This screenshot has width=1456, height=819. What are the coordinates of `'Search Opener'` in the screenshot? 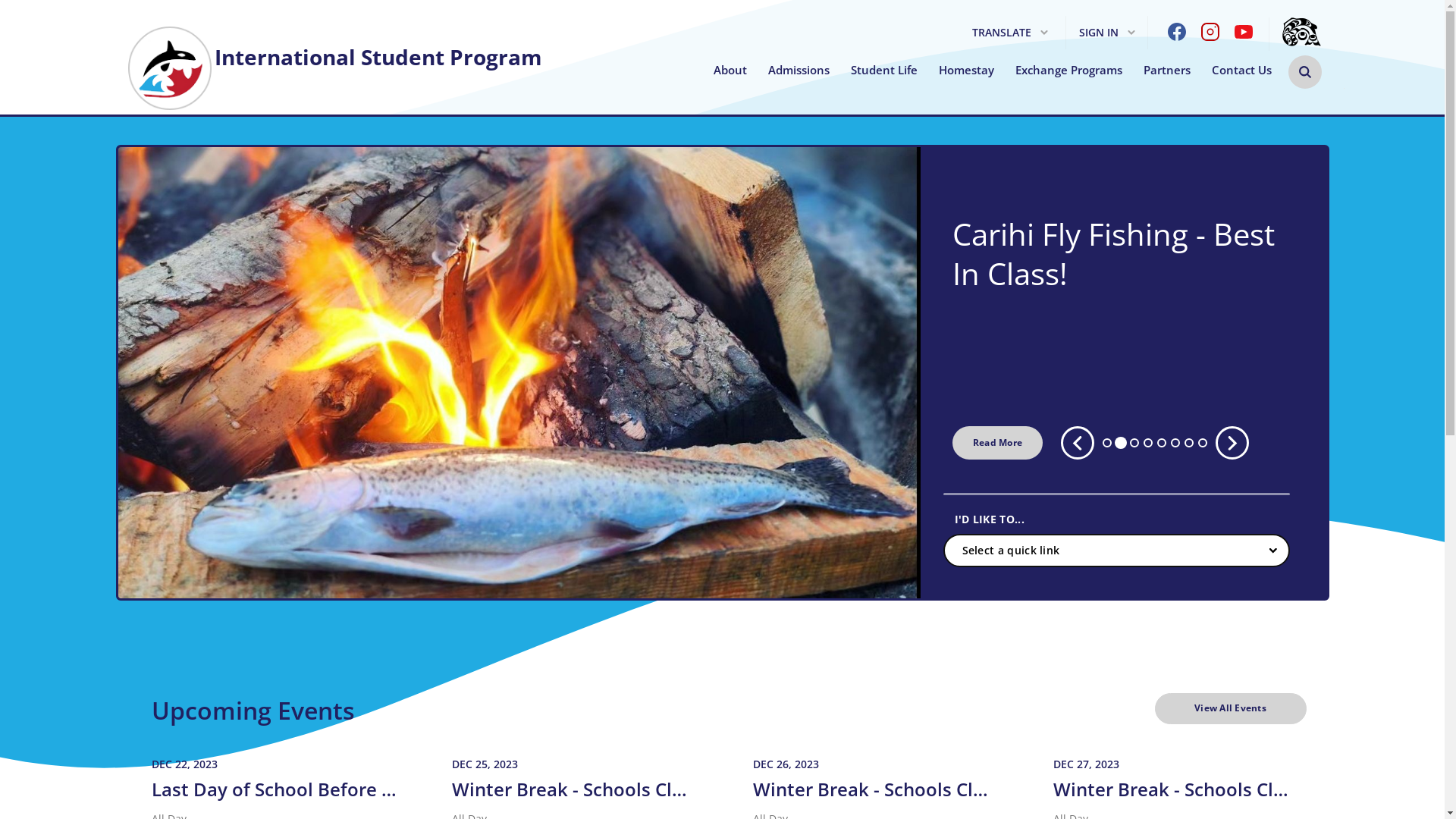 It's located at (1287, 72).